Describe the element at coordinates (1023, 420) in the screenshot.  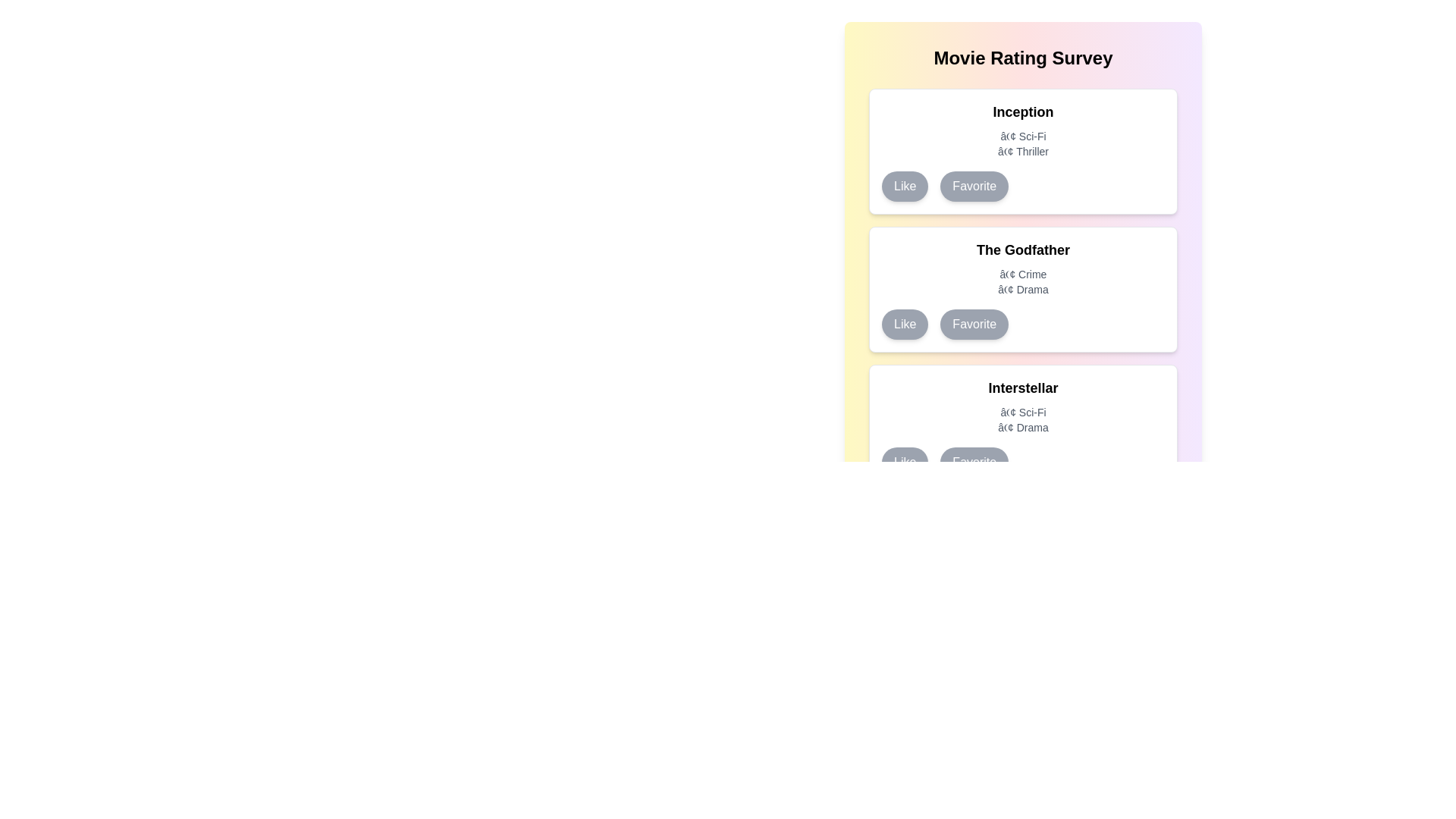
I see `the text display element that lists the genres of the movie 'Interstellar', located centrally in the card below the movie name` at that location.